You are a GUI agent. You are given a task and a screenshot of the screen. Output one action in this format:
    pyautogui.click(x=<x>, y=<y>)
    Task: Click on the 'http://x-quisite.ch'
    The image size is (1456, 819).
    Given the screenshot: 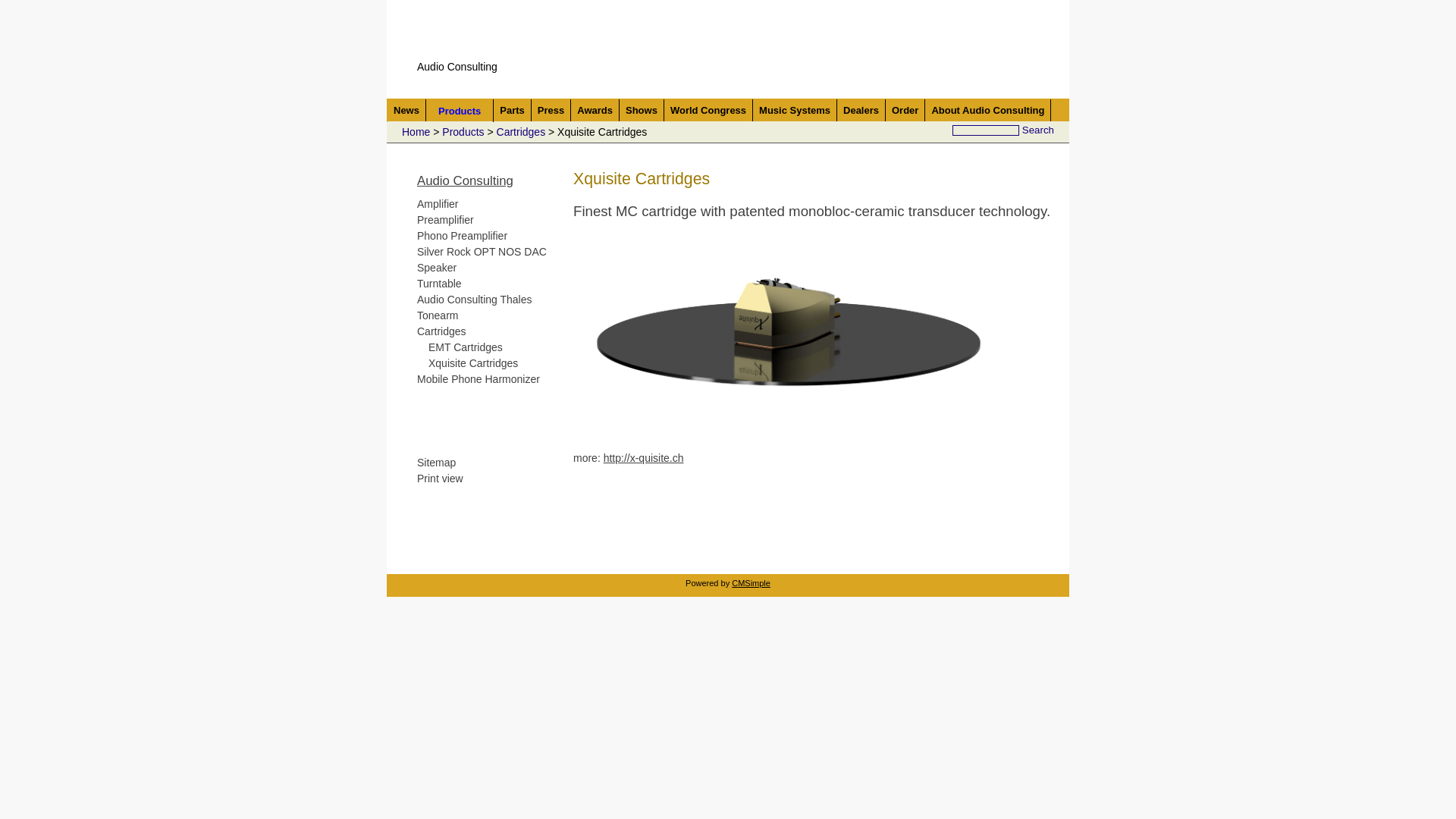 What is the action you would take?
    pyautogui.click(x=644, y=457)
    